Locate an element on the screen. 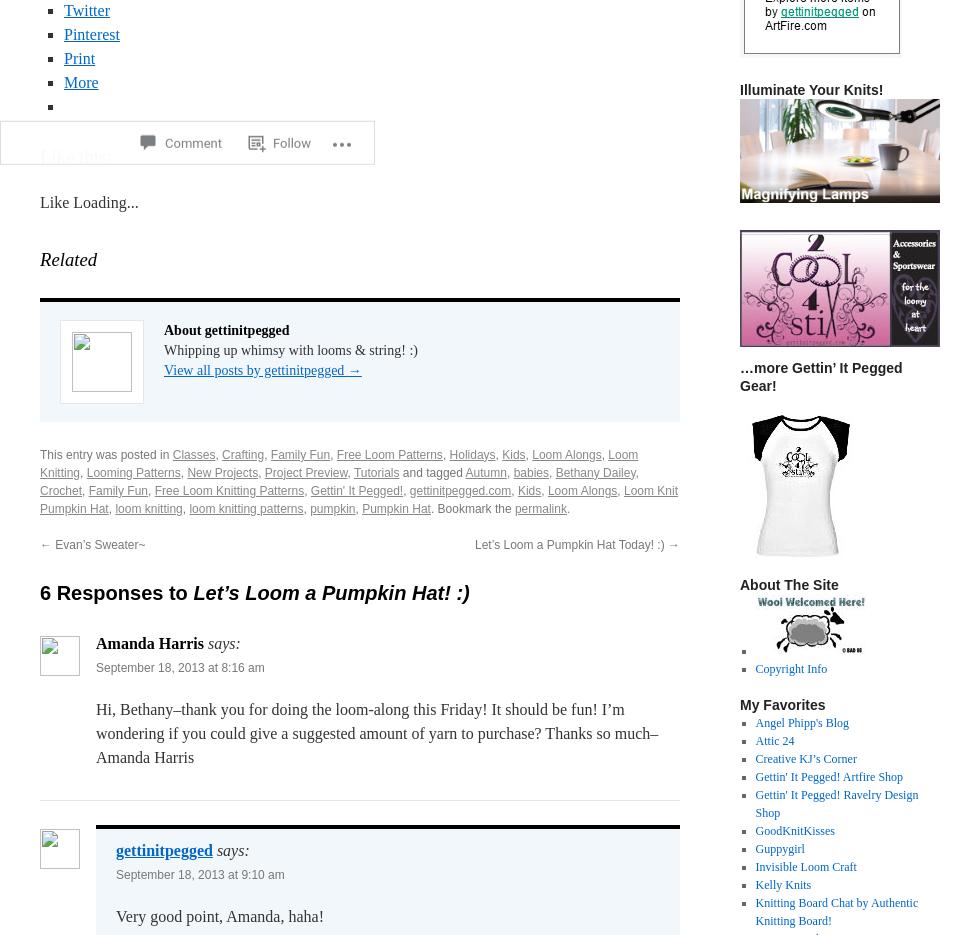 This screenshot has height=935, width=980. 'Free Loom Knitting Patterns' is located at coordinates (229, 490).